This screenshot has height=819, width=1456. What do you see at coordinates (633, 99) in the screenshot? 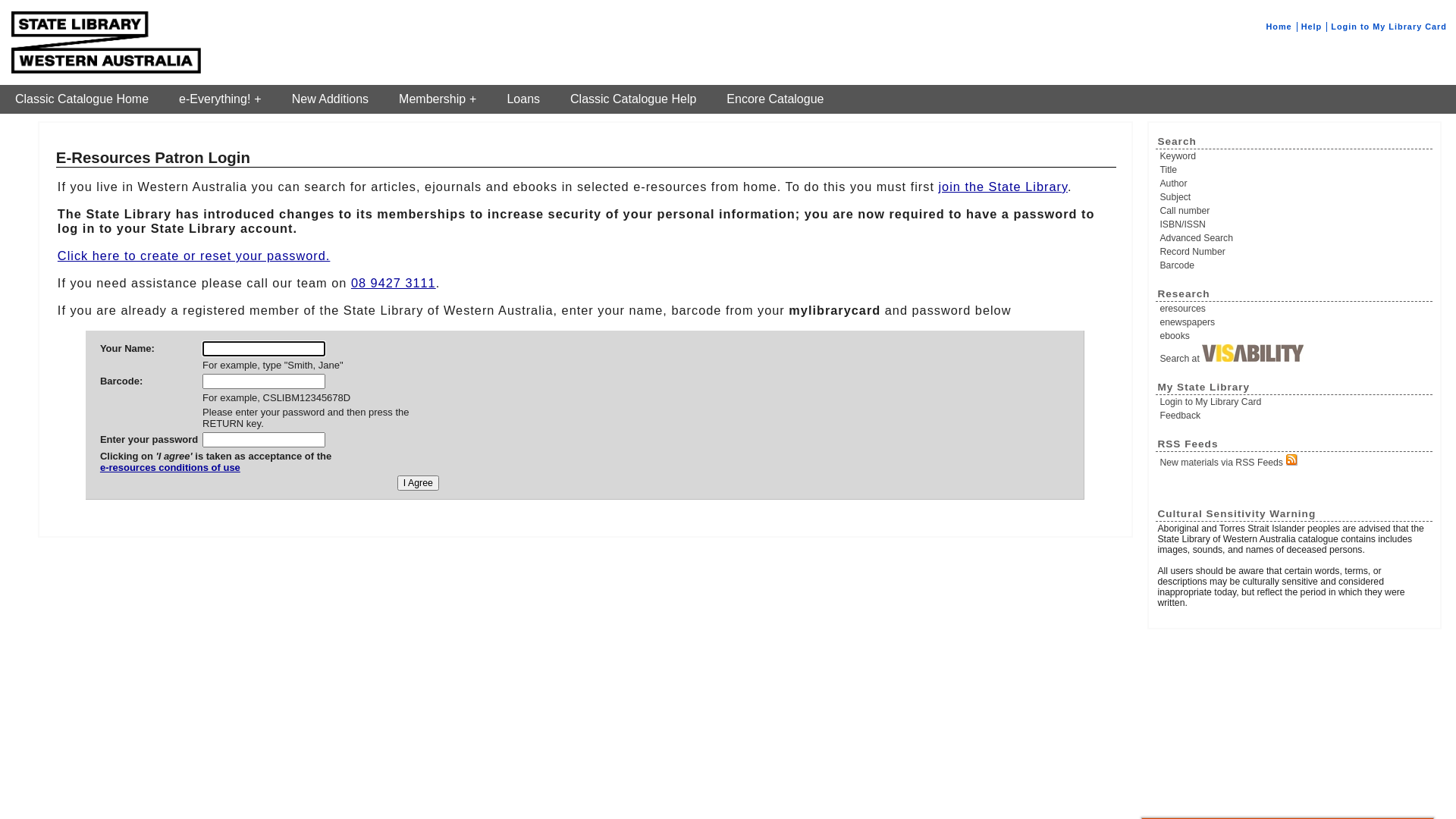
I see `'Classic Catalogue Help'` at bounding box center [633, 99].